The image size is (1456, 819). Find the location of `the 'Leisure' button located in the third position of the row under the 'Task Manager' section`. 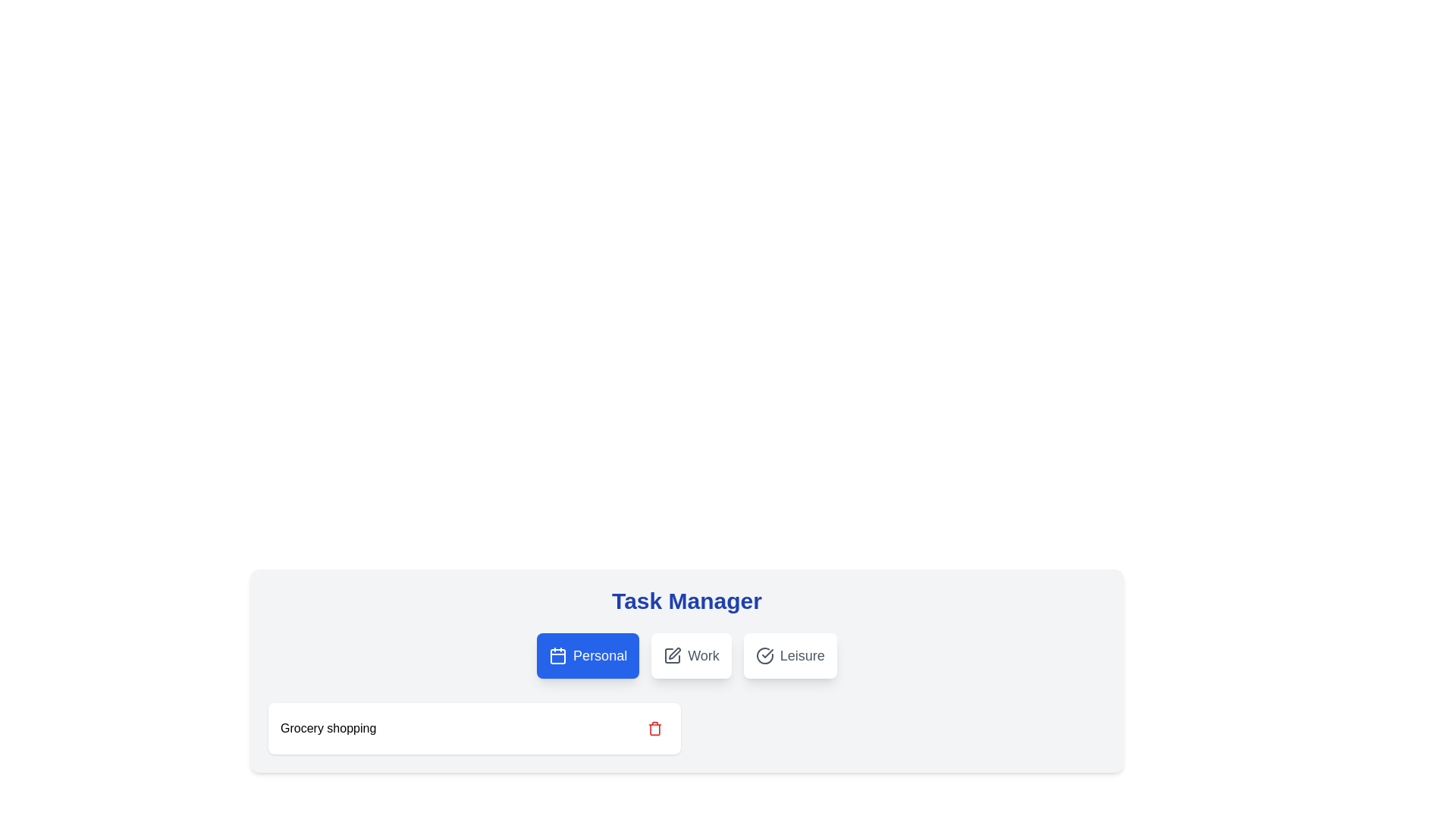

the 'Leisure' button located in the third position of the row under the 'Task Manager' section is located at coordinates (789, 654).